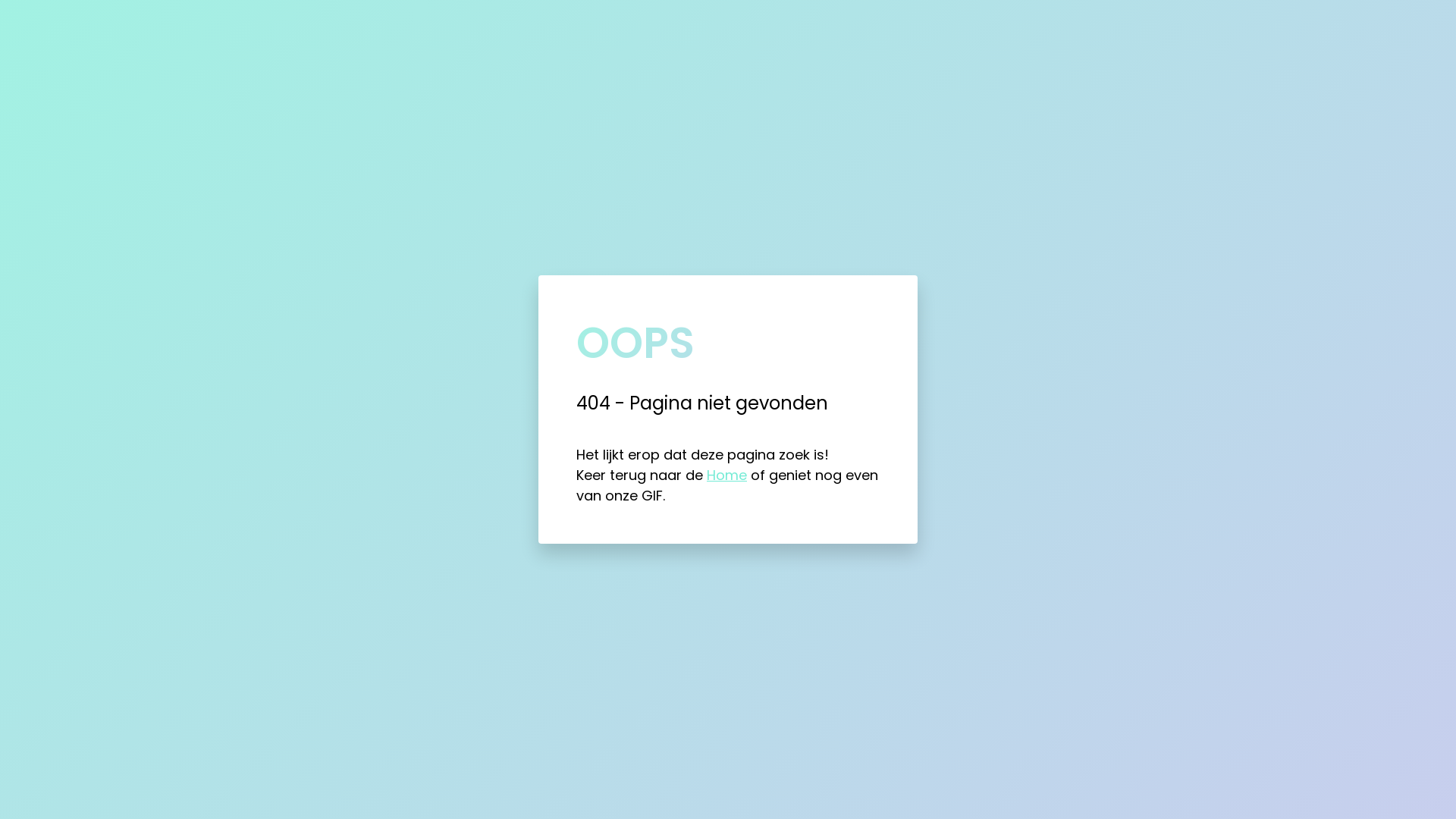 The height and width of the screenshot is (819, 1456). Describe the element at coordinates (705, 474) in the screenshot. I see `'Home'` at that location.